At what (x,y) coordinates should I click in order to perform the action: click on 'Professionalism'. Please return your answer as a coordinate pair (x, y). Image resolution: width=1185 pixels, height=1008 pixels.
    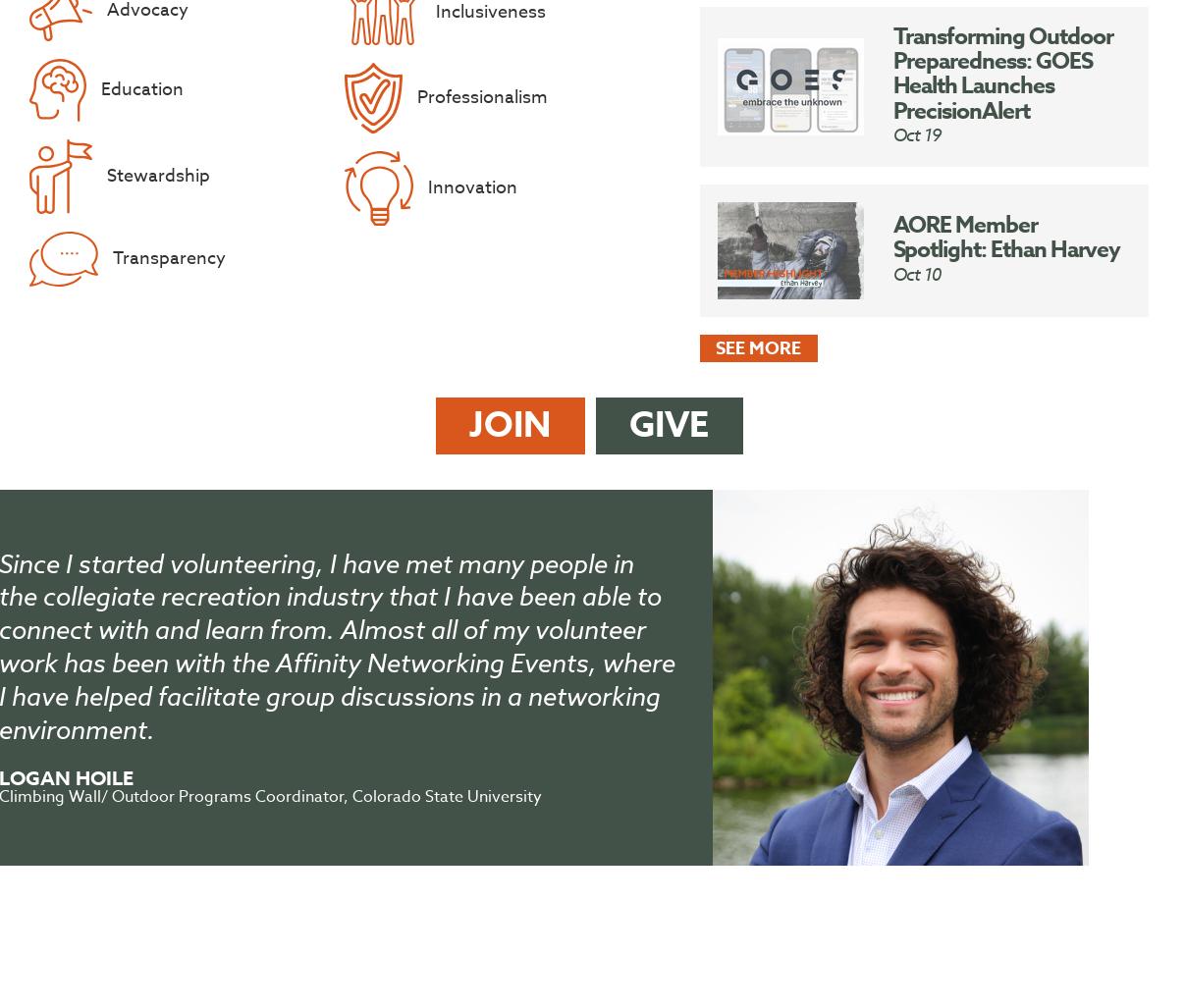
    Looking at the image, I should click on (481, 96).